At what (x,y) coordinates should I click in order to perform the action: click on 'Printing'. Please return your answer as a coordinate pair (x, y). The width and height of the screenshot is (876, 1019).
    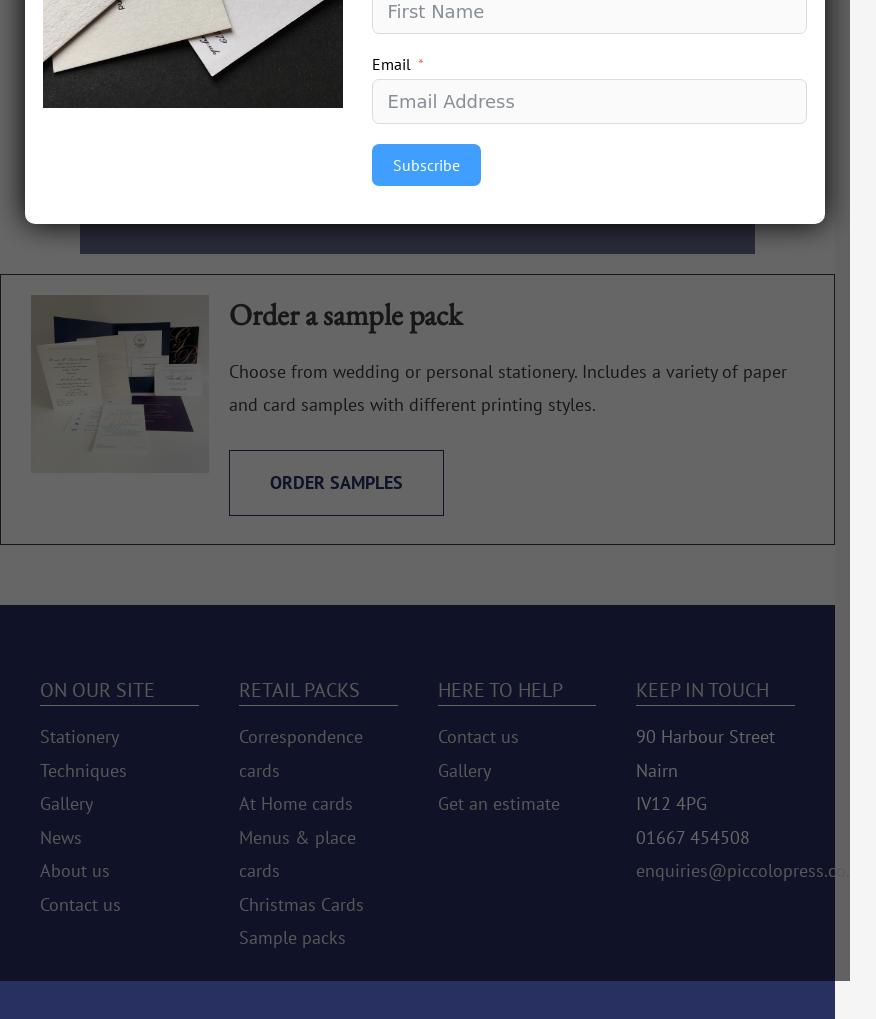
    Looking at the image, I should click on (171, 78).